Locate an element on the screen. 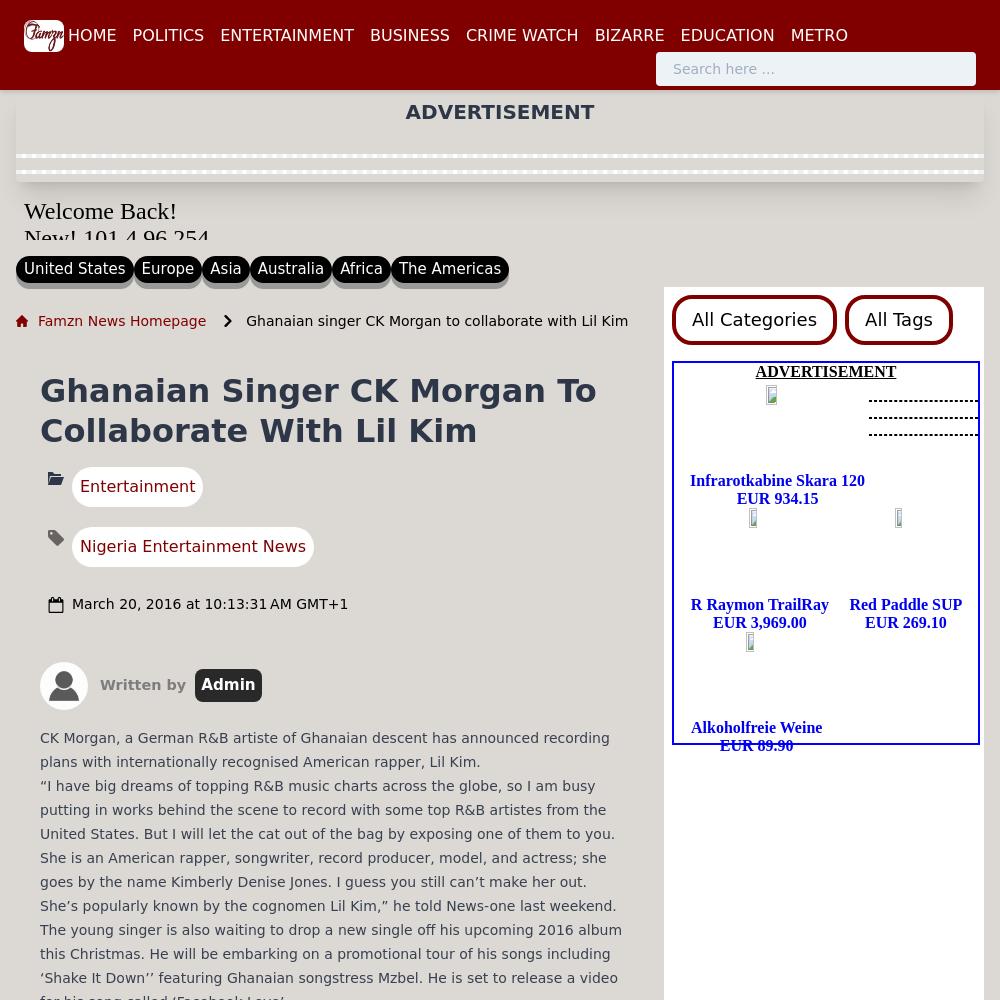 Image resolution: width=1000 pixels, height=1000 pixels. 'All Categories' is located at coordinates (754, 317).